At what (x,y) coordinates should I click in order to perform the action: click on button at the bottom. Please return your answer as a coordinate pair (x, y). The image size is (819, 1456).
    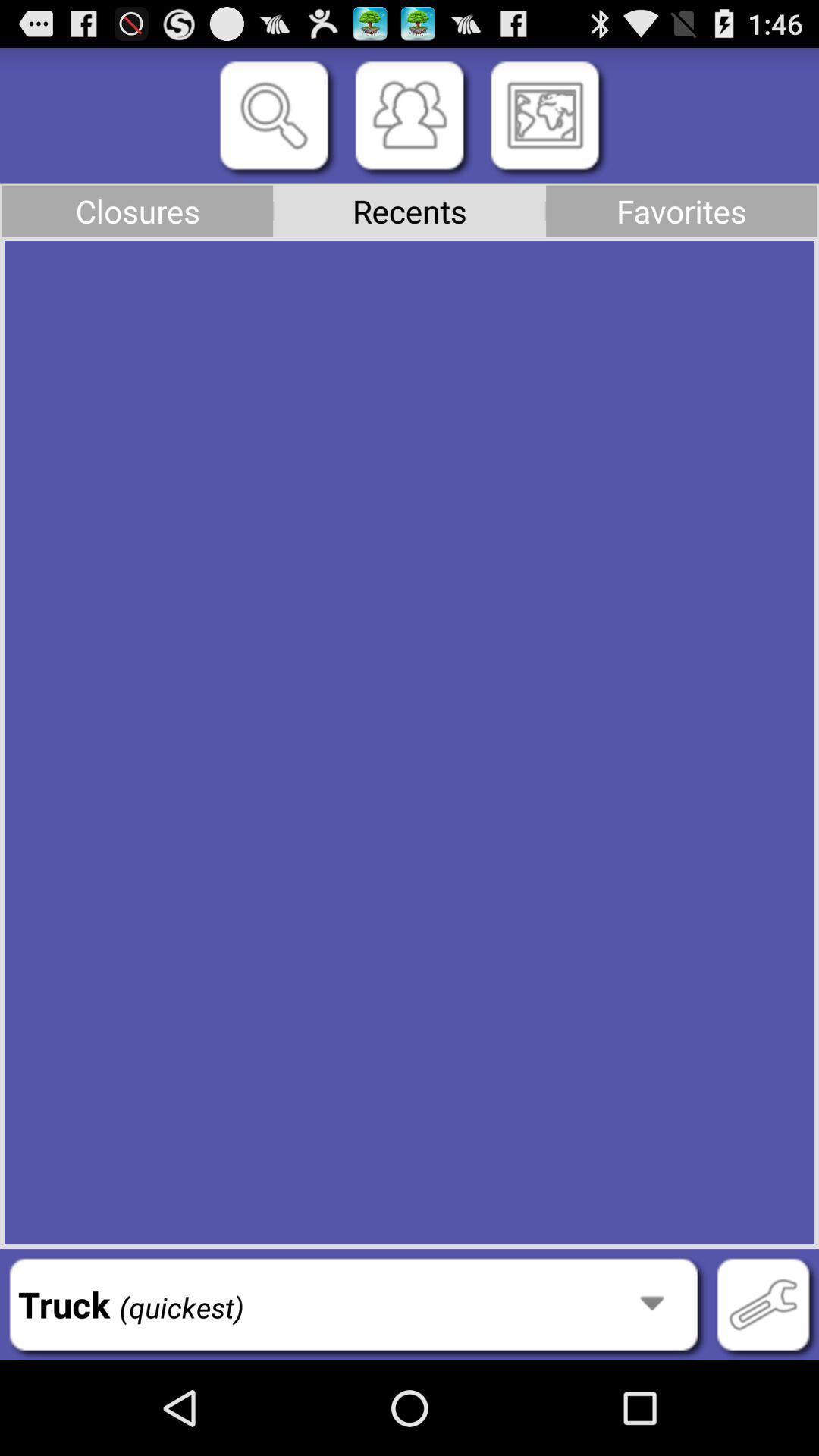
    Looking at the image, I should click on (353, 1304).